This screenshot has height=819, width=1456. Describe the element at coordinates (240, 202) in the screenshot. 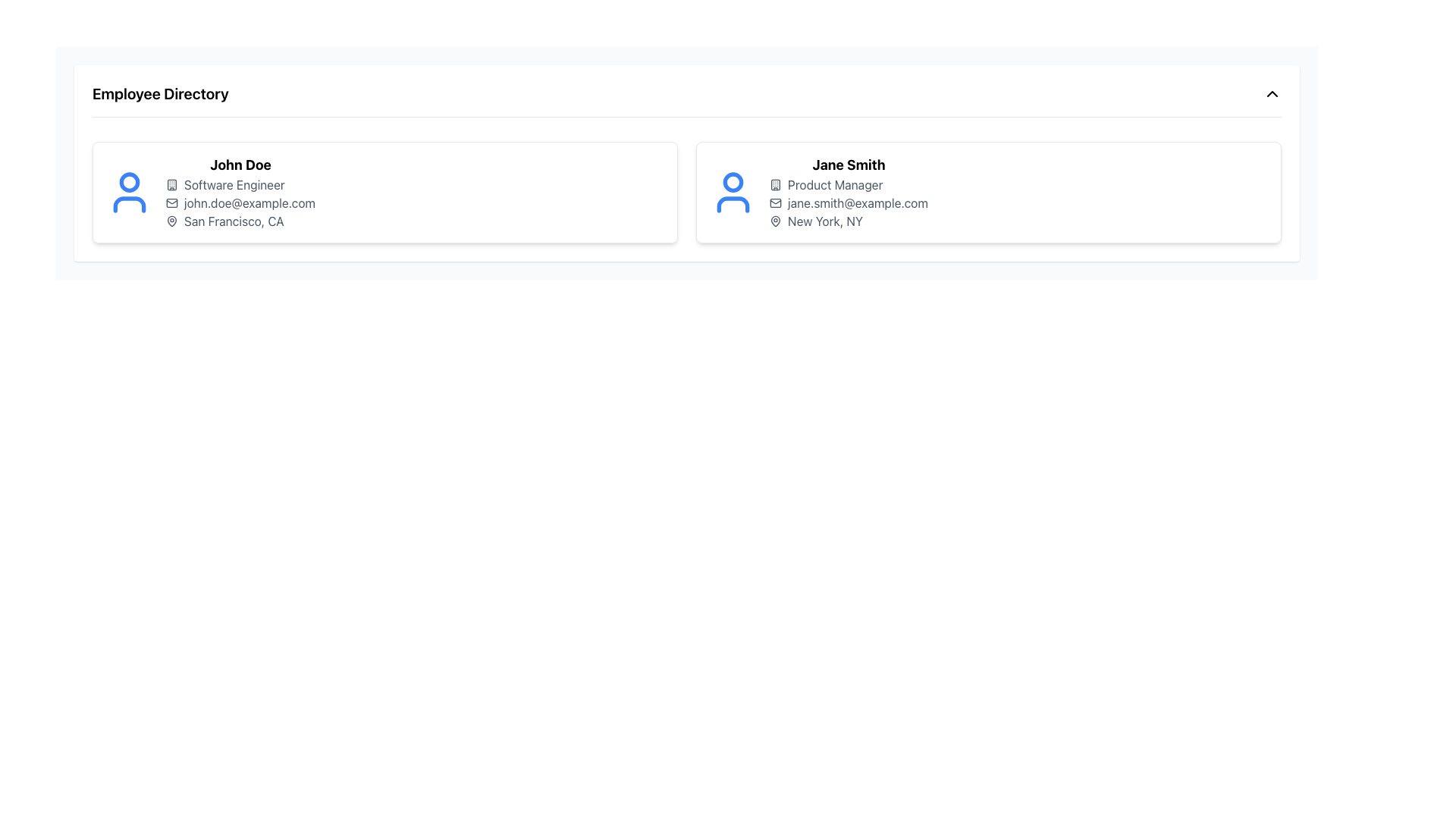

I see `email address displayed in the text element below 'Software Engineer' for employee 'John Doe' in the employee directory` at that location.